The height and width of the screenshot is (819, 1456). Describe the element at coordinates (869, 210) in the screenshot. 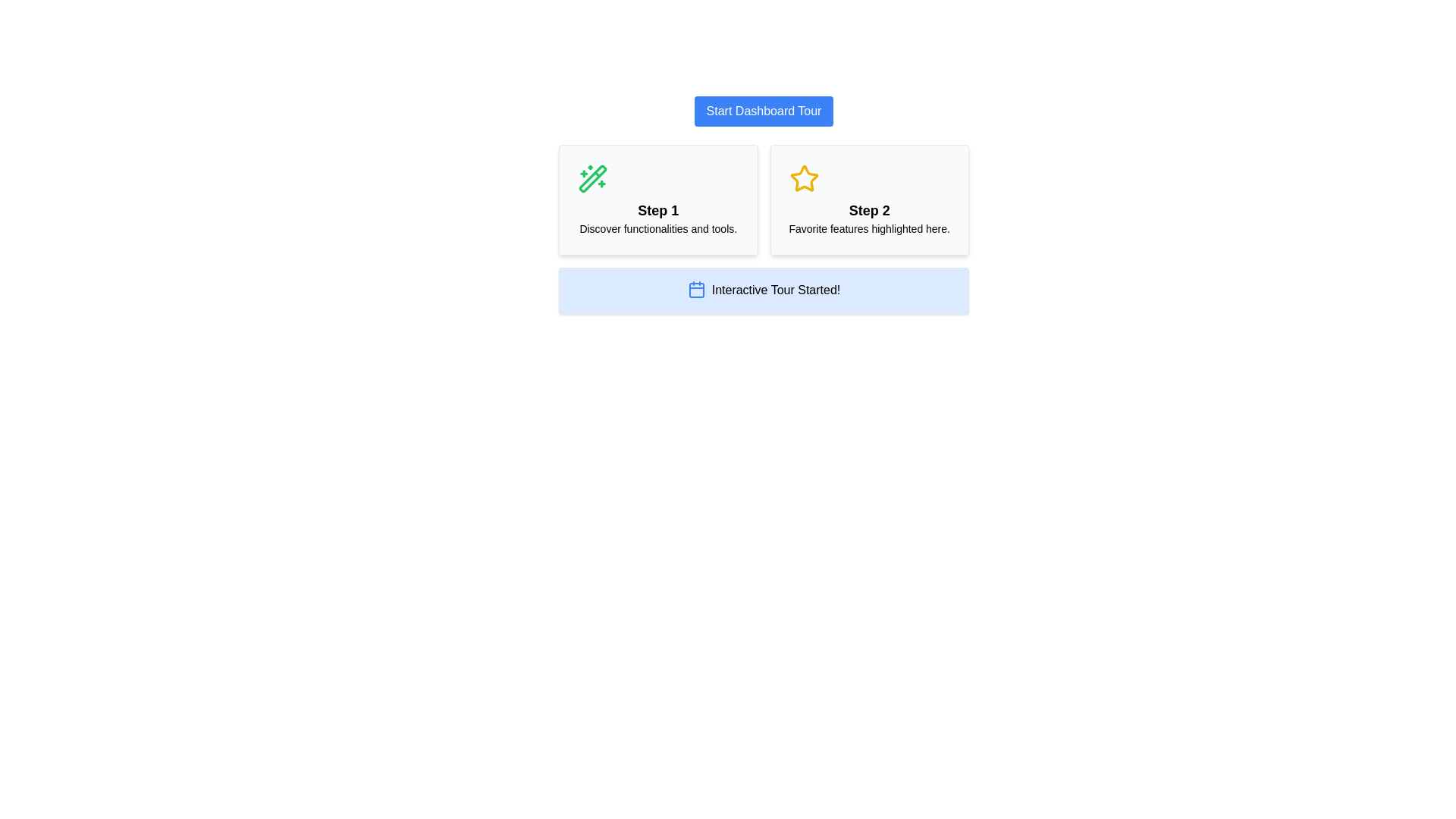

I see `the 'Step 2' text label, which is styled with a bold, large font and located in the center of the right card component` at that location.